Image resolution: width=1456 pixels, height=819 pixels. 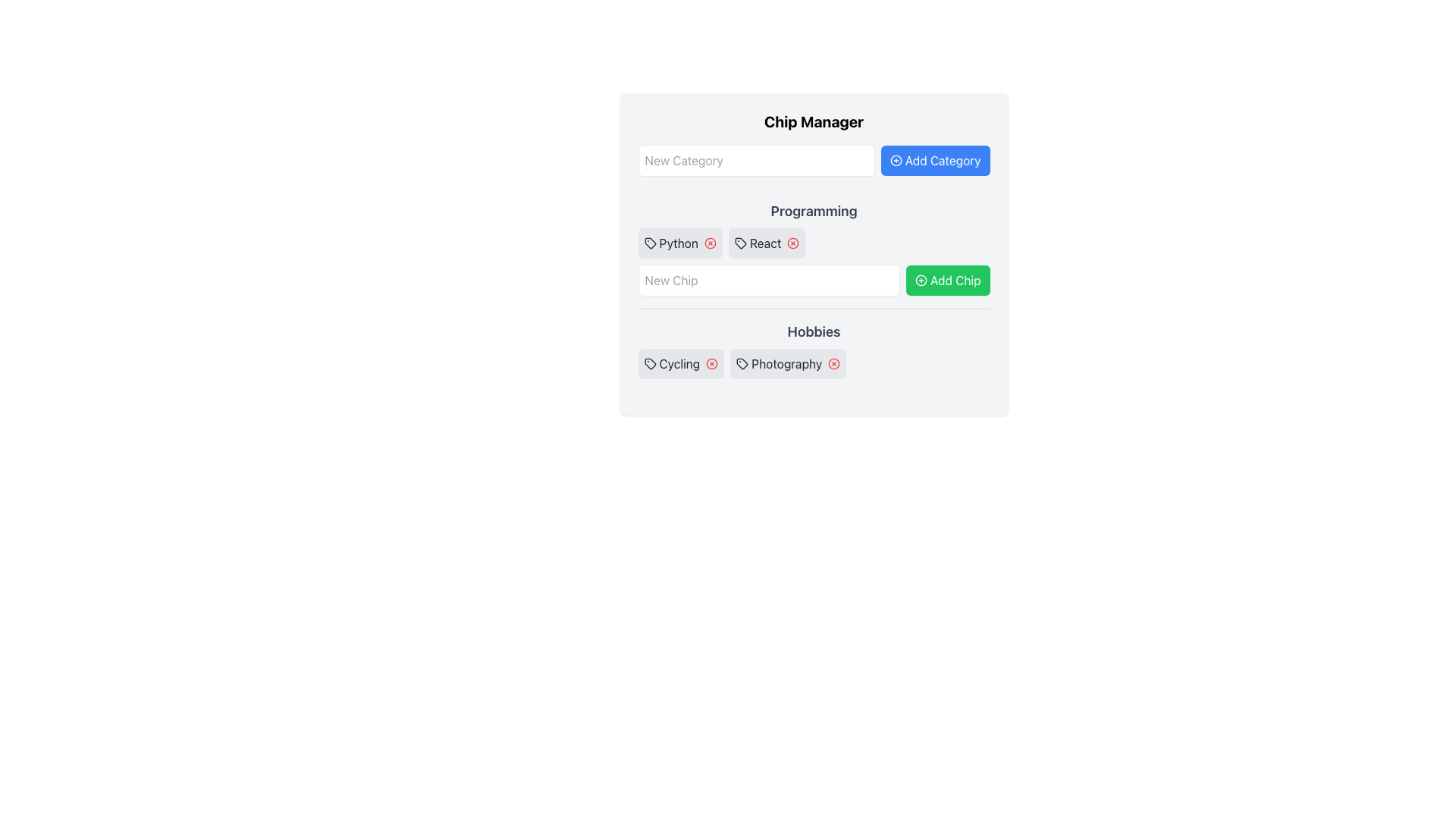 I want to click on the decorative icon associated with the 'Python' tag located at the beginning of the 'Python' chip in the 'Programming' section, so click(x=650, y=242).